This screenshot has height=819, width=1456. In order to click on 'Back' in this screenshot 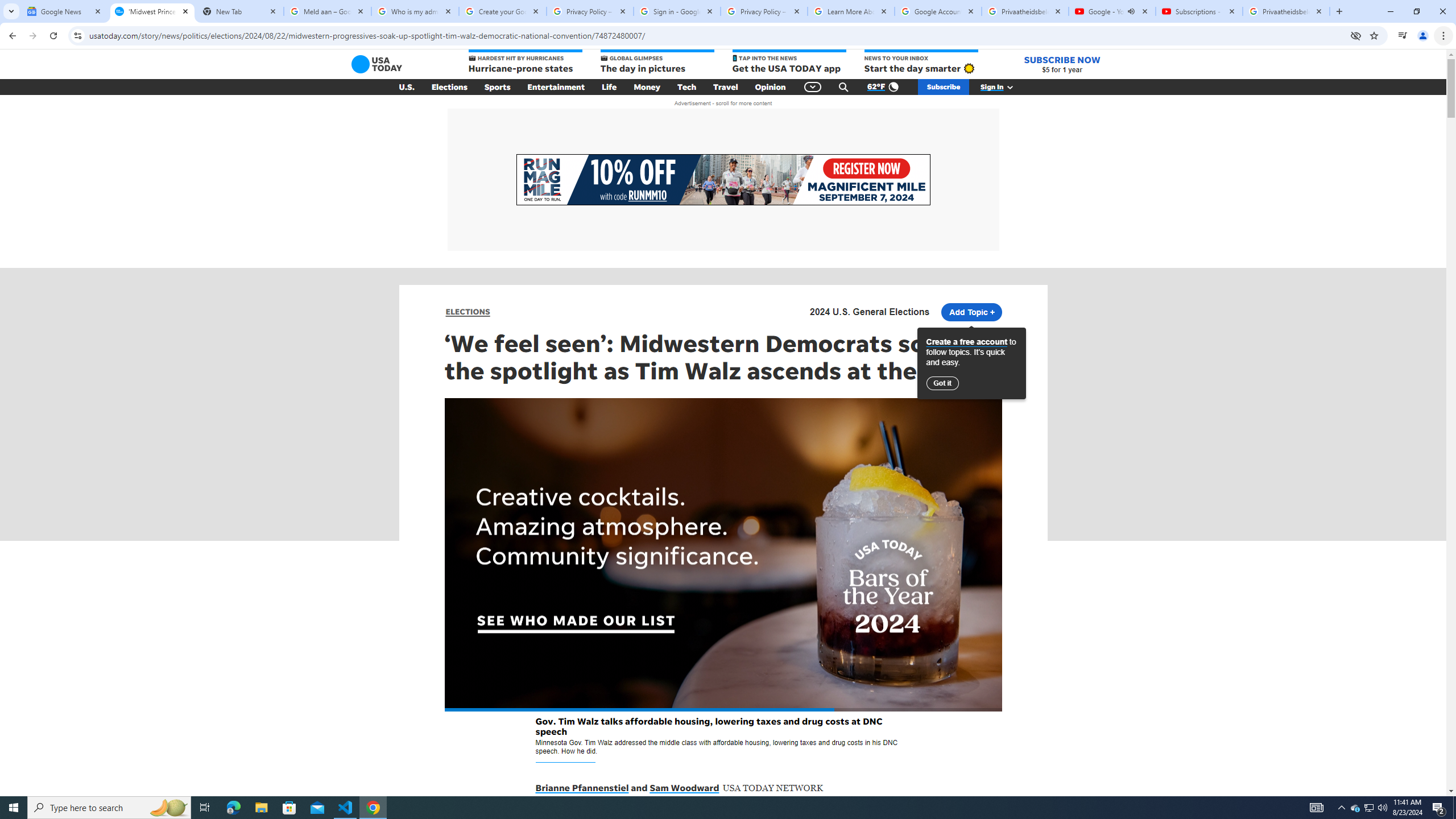, I will do `click(11, 35)`.